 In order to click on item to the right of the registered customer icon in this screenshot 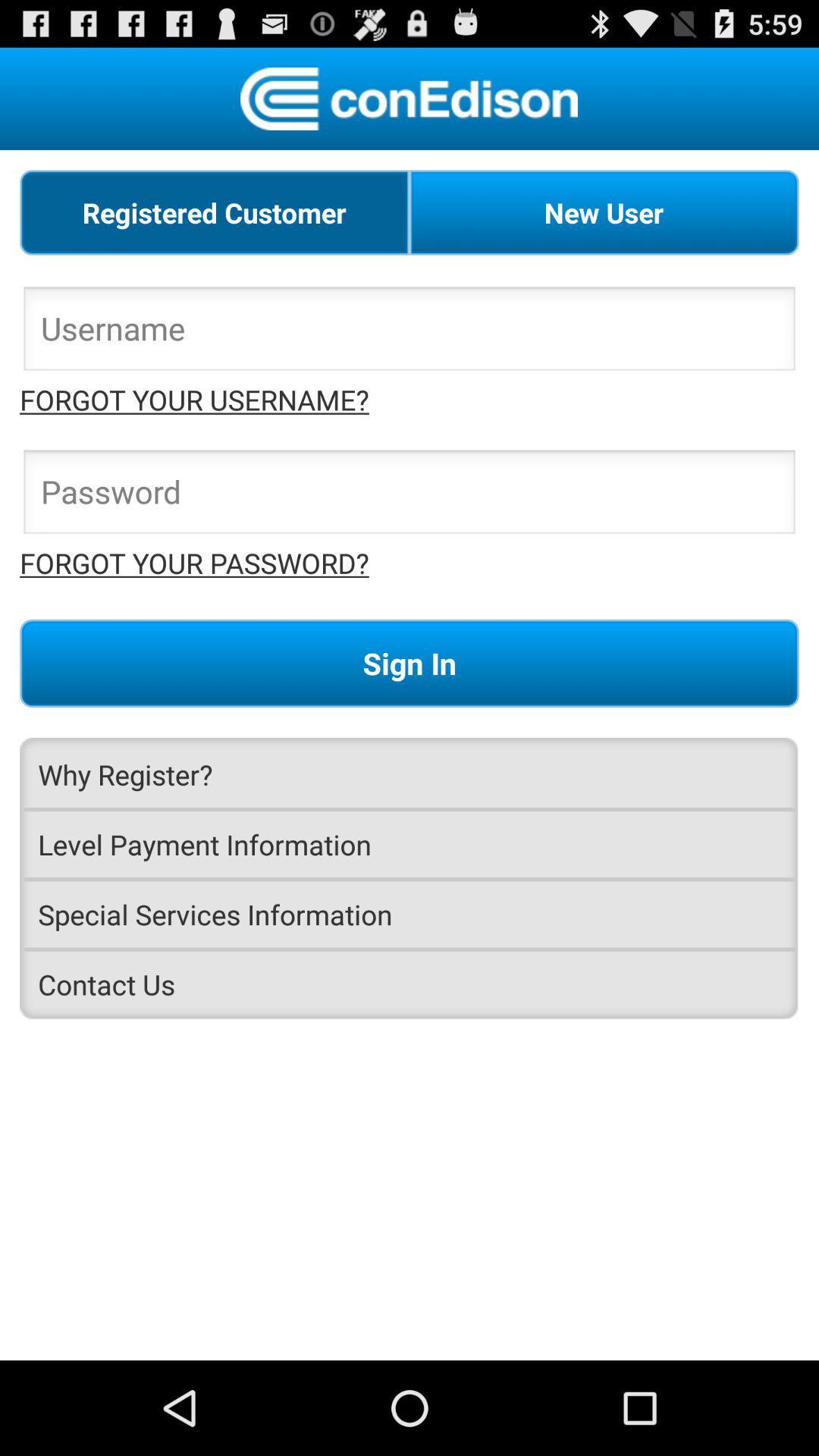, I will do `click(603, 212)`.